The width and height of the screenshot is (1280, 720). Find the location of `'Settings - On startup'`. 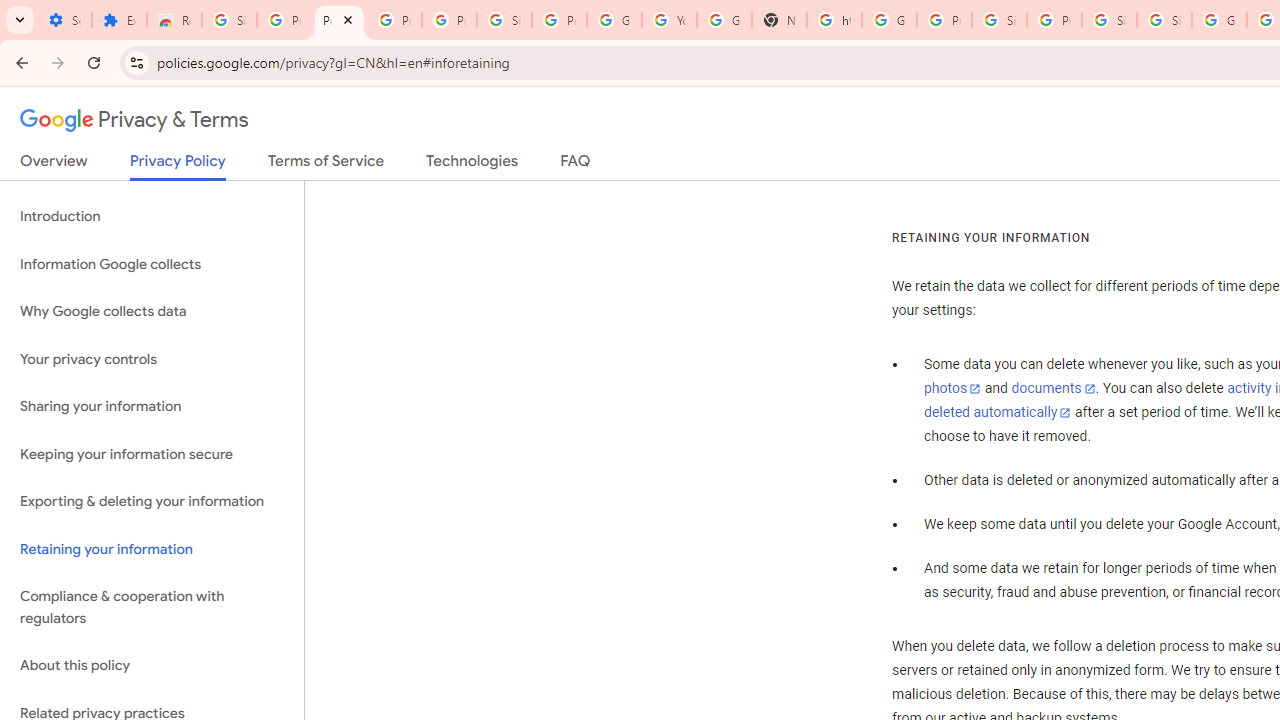

'Settings - On startup' is located at coordinates (64, 20).